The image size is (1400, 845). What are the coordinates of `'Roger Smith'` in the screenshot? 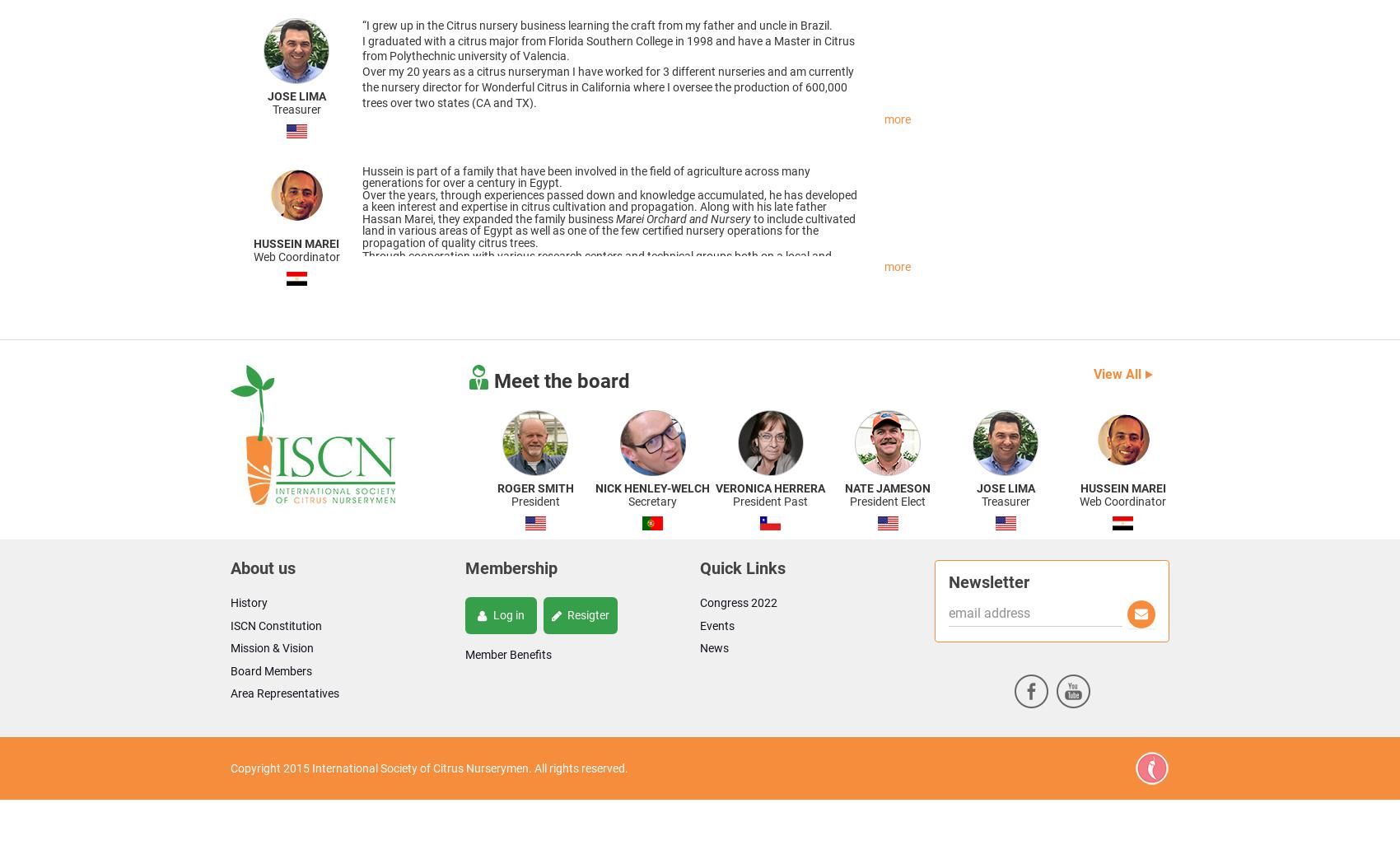 It's located at (534, 488).